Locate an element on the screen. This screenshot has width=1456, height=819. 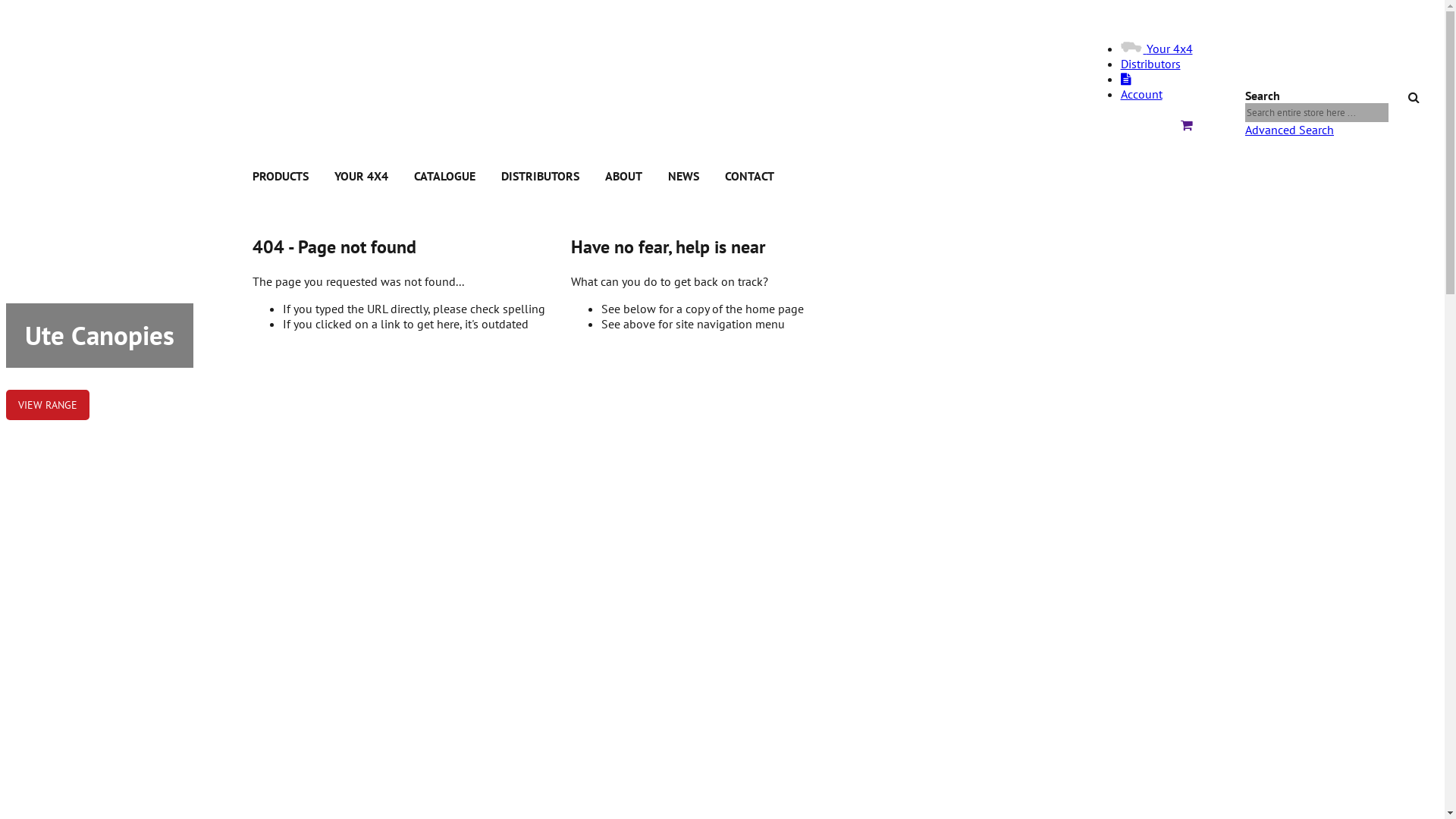
'ABOUT' is located at coordinates (604, 175).